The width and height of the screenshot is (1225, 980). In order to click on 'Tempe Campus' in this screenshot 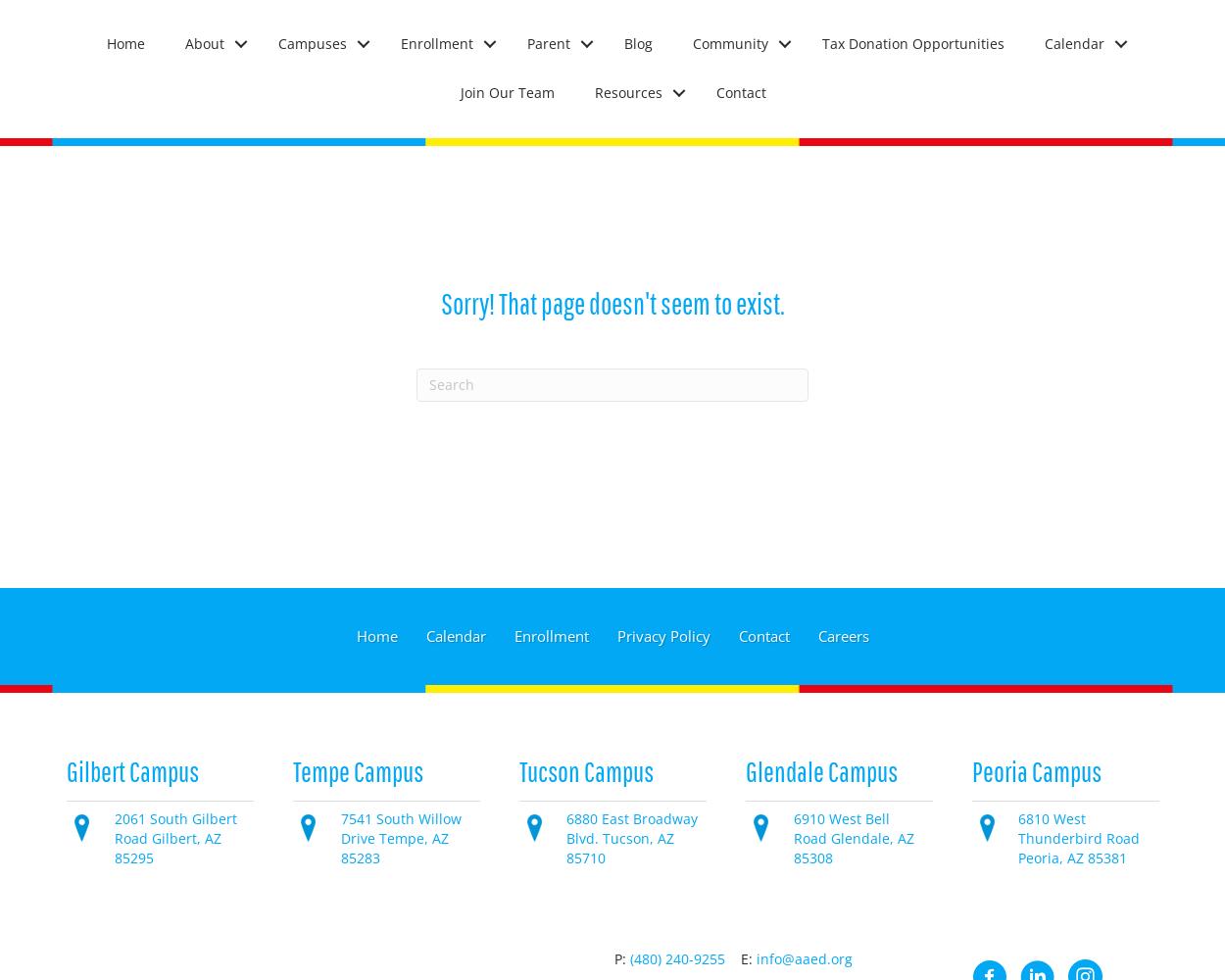, I will do `click(356, 770)`.